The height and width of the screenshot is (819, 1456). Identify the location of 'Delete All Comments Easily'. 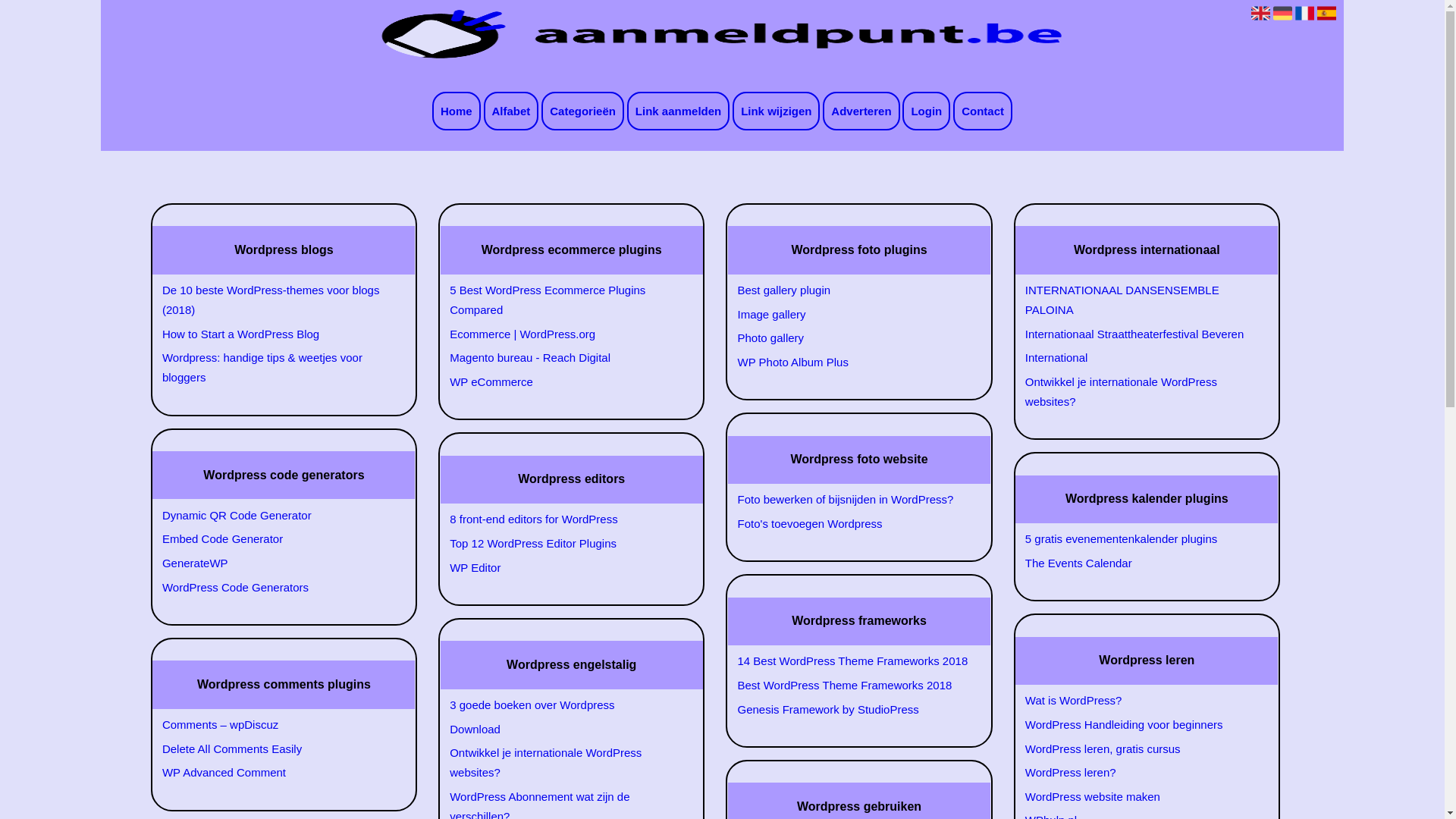
(275, 748).